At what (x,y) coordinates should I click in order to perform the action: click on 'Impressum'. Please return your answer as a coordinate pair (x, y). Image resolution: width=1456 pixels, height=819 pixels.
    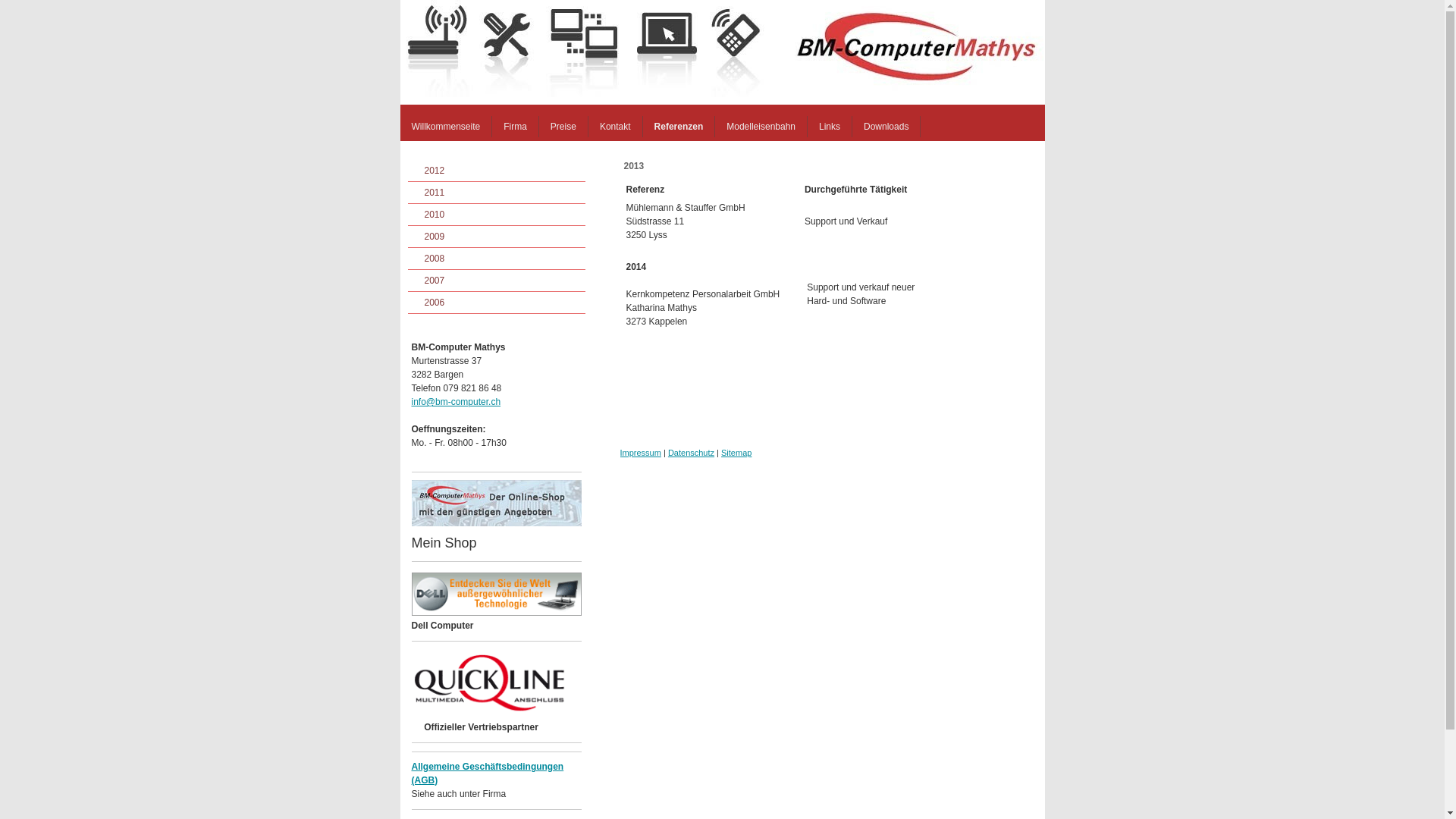
    Looking at the image, I should click on (640, 452).